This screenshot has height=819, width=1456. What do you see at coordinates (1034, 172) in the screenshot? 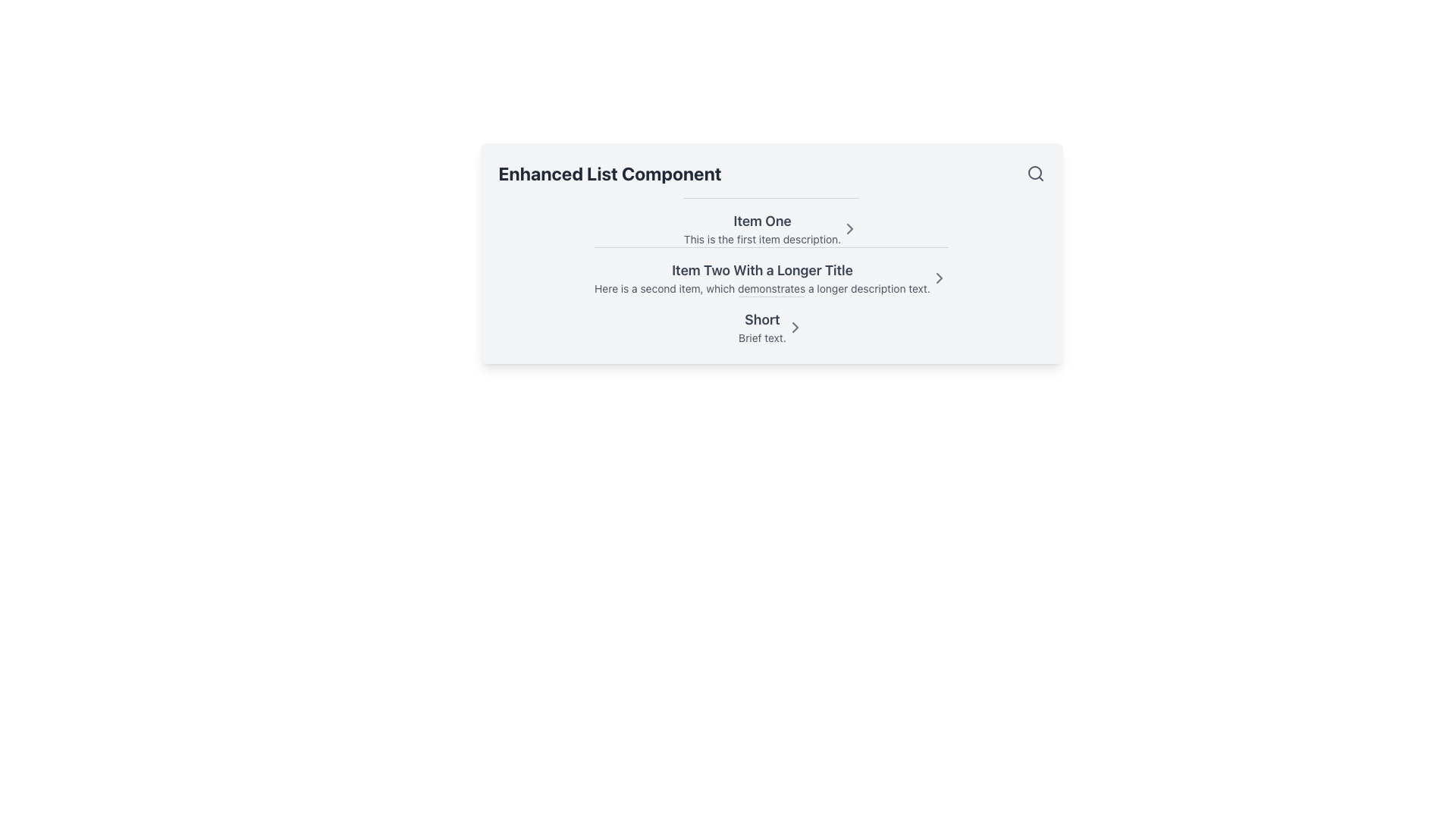
I see `the search icon located at the top-right corner next to the title 'Enhanced List Component'` at bounding box center [1034, 172].